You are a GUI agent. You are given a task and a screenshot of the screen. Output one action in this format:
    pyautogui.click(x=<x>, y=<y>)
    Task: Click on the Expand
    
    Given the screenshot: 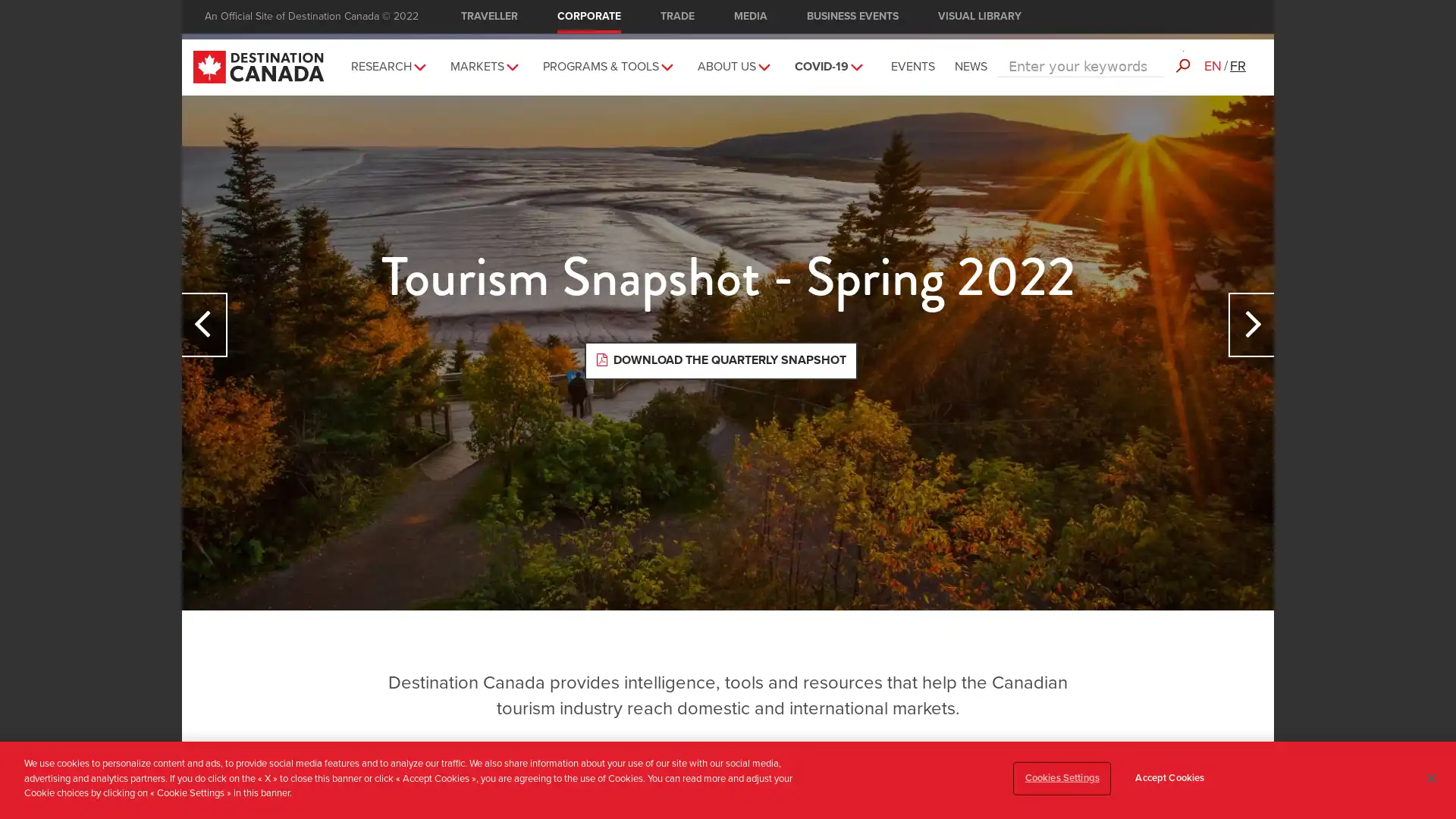 What is the action you would take?
    pyautogui.click(x=663, y=61)
    